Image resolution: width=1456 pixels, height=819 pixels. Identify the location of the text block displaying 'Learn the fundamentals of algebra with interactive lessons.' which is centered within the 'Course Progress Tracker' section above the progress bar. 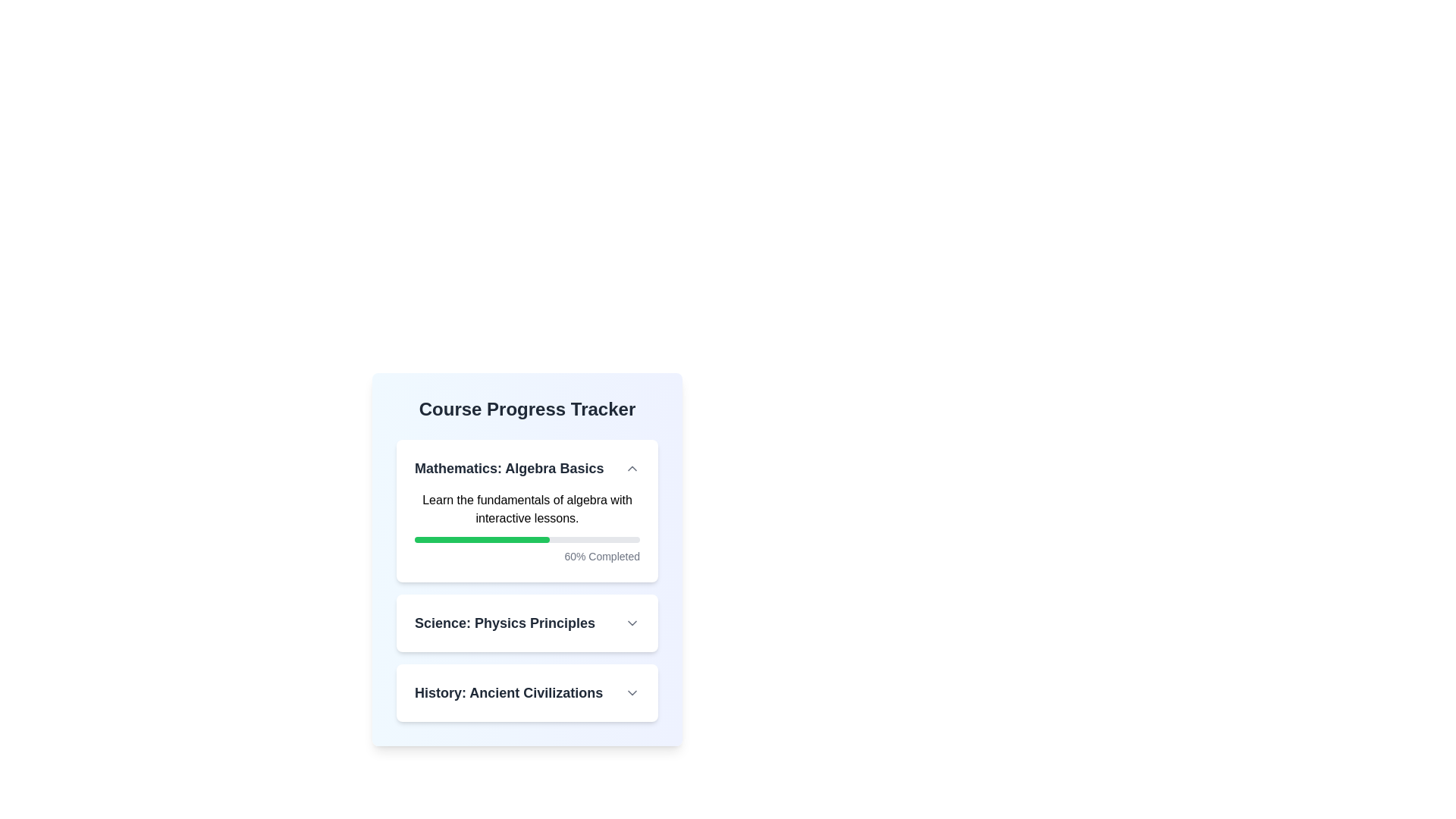
(527, 509).